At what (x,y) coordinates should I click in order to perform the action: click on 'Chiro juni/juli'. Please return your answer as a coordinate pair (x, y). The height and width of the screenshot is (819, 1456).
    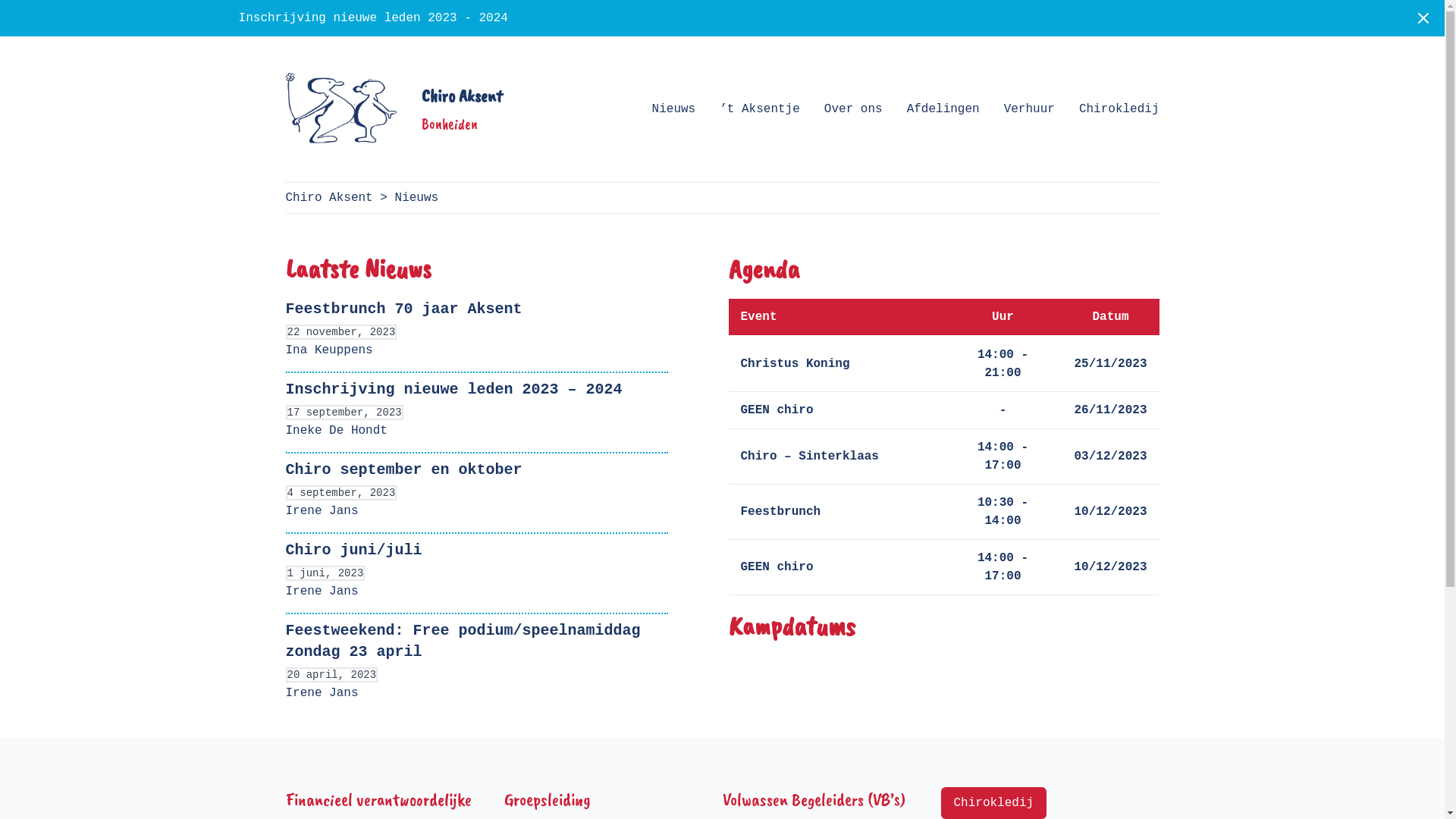
    Looking at the image, I should click on (352, 550).